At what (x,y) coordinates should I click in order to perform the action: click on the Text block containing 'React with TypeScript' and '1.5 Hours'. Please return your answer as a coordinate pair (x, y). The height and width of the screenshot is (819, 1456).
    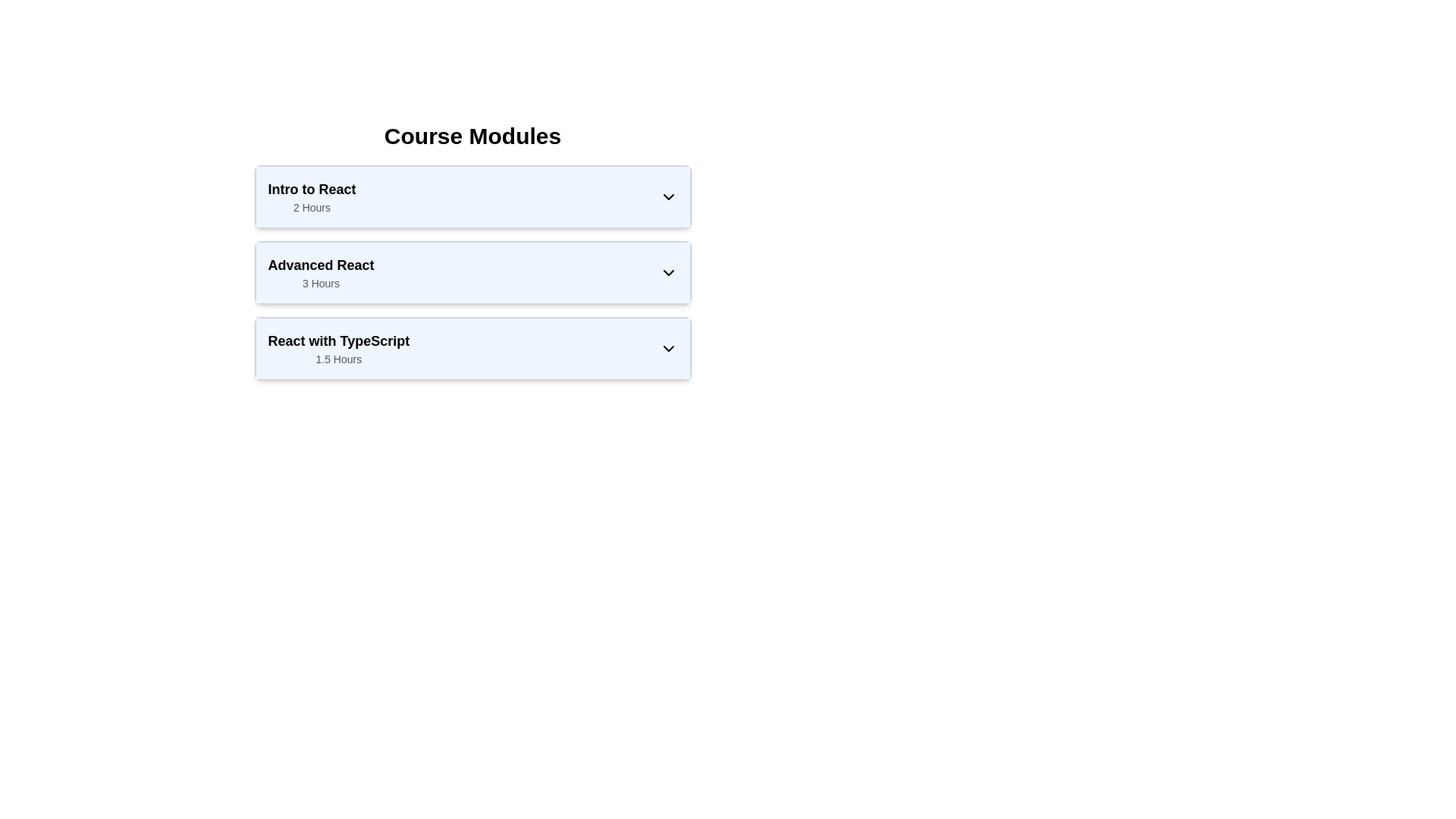
    Looking at the image, I should click on (337, 348).